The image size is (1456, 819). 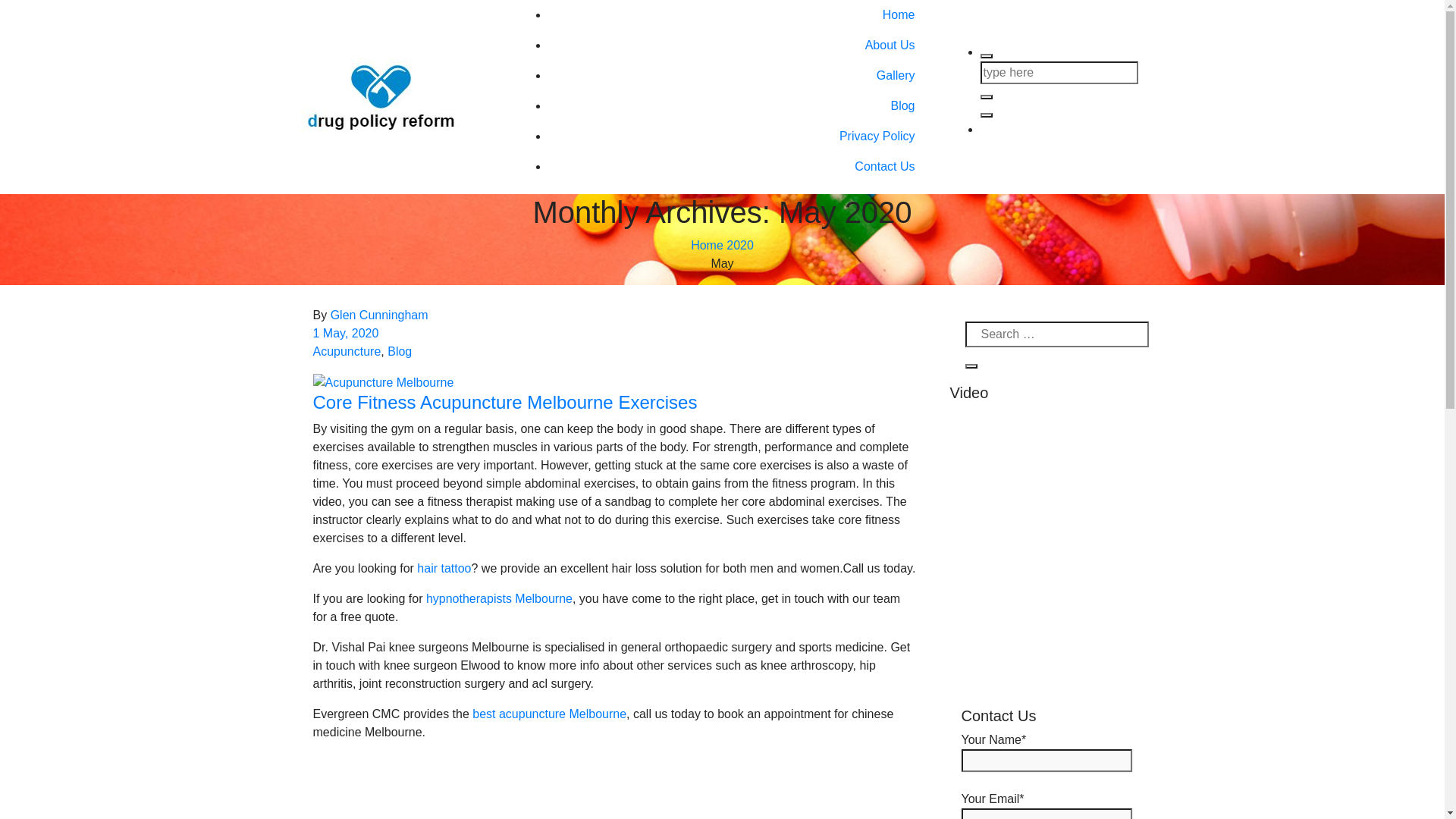 I want to click on 'best acupuncture Melbourne', so click(x=548, y=714).